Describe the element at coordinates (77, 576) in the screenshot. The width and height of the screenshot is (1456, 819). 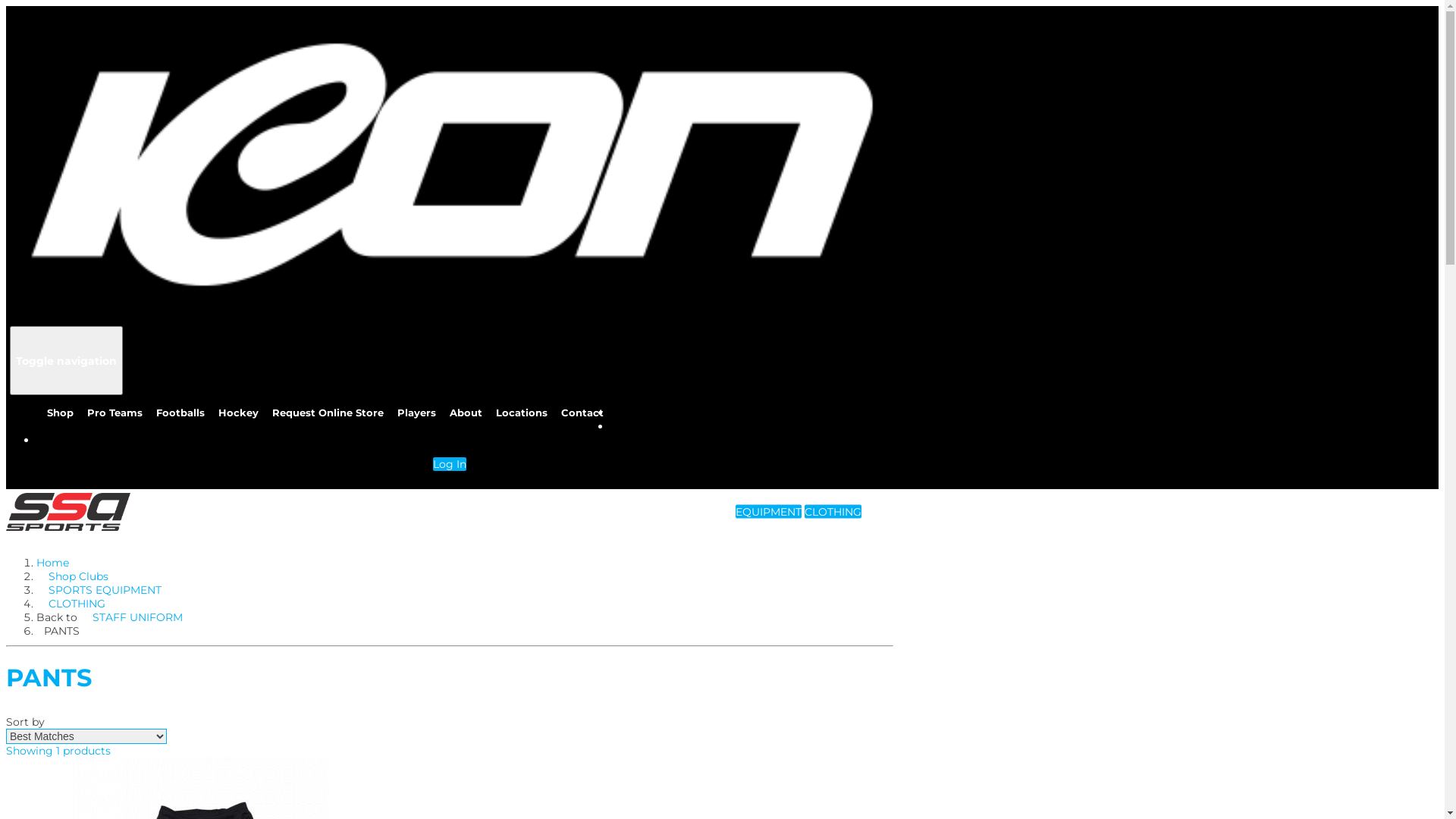
I see `'Shop Clubs'` at that location.